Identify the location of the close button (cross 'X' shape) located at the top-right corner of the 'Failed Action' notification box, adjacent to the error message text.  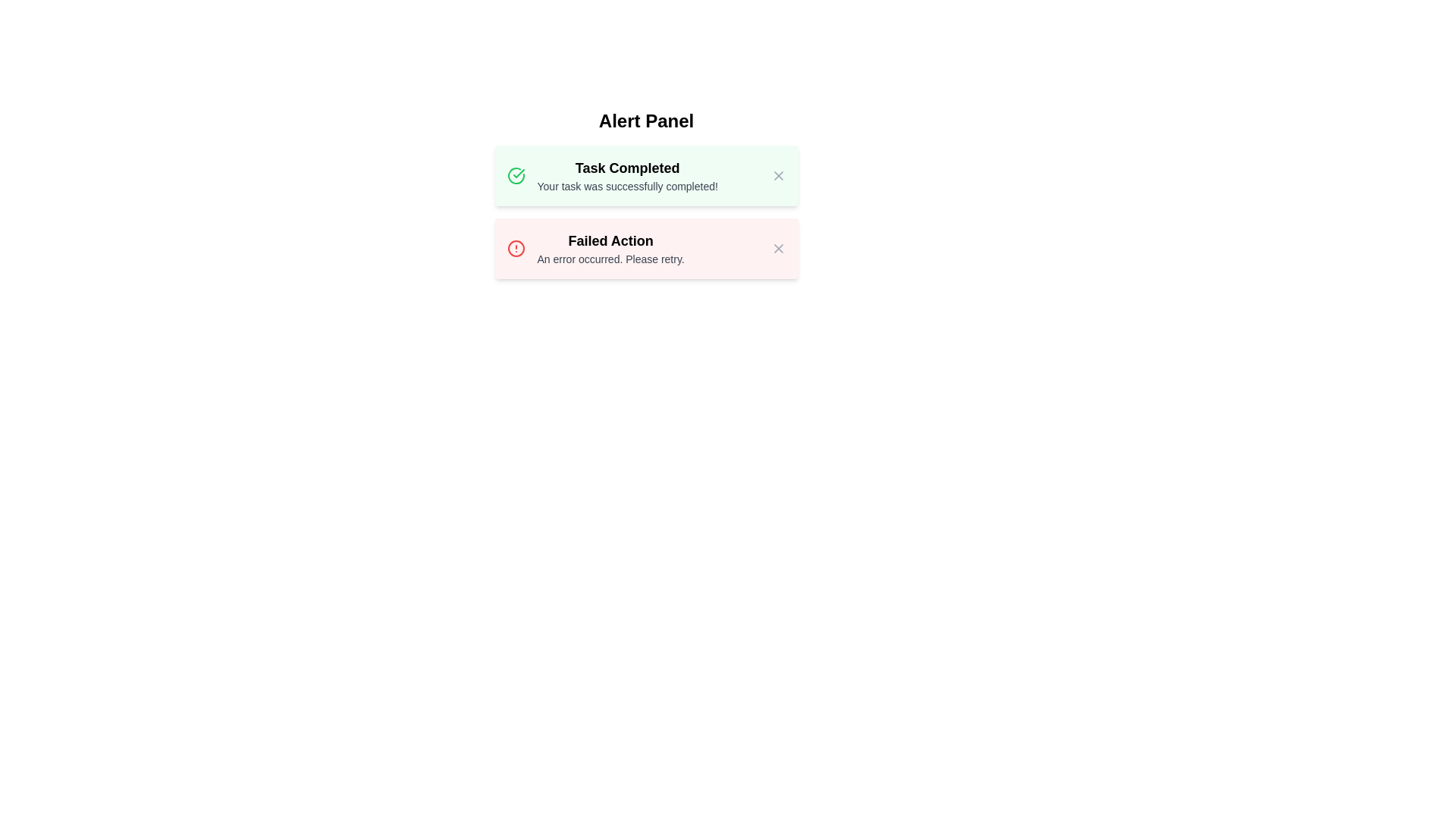
(778, 247).